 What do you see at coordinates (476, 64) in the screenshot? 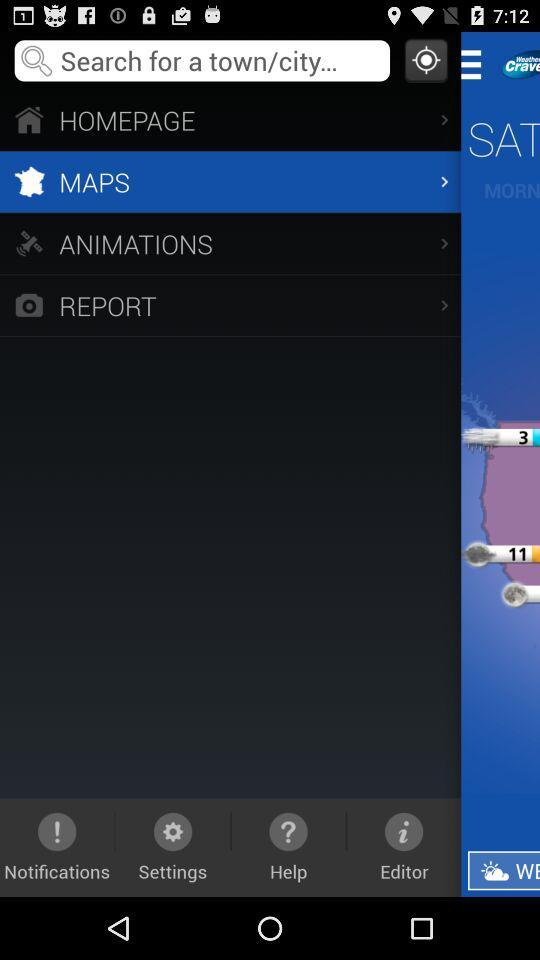
I see `the app above the saturday 10 app` at bounding box center [476, 64].